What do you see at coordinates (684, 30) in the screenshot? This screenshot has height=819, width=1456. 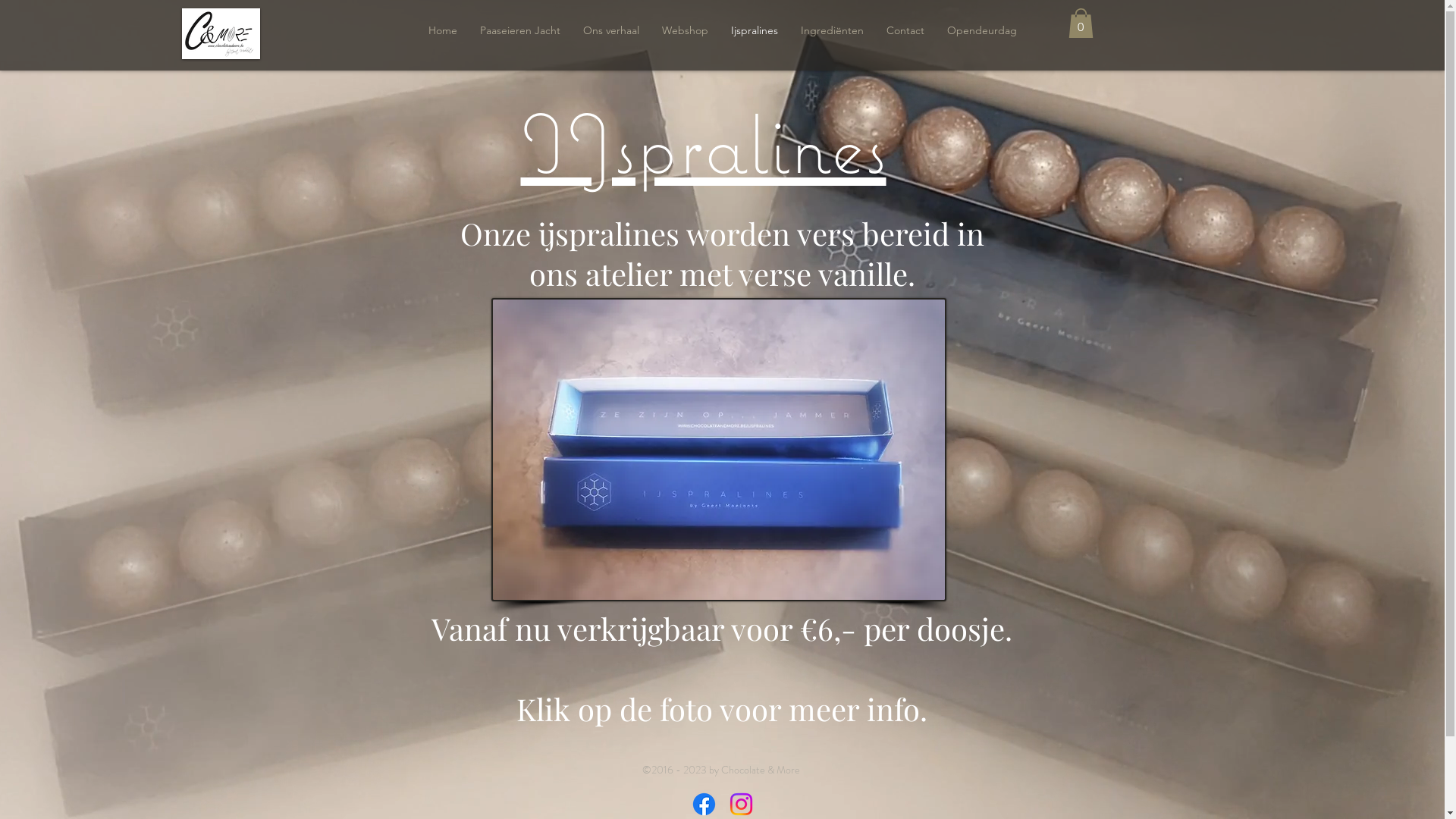 I see `'Webshop'` at bounding box center [684, 30].